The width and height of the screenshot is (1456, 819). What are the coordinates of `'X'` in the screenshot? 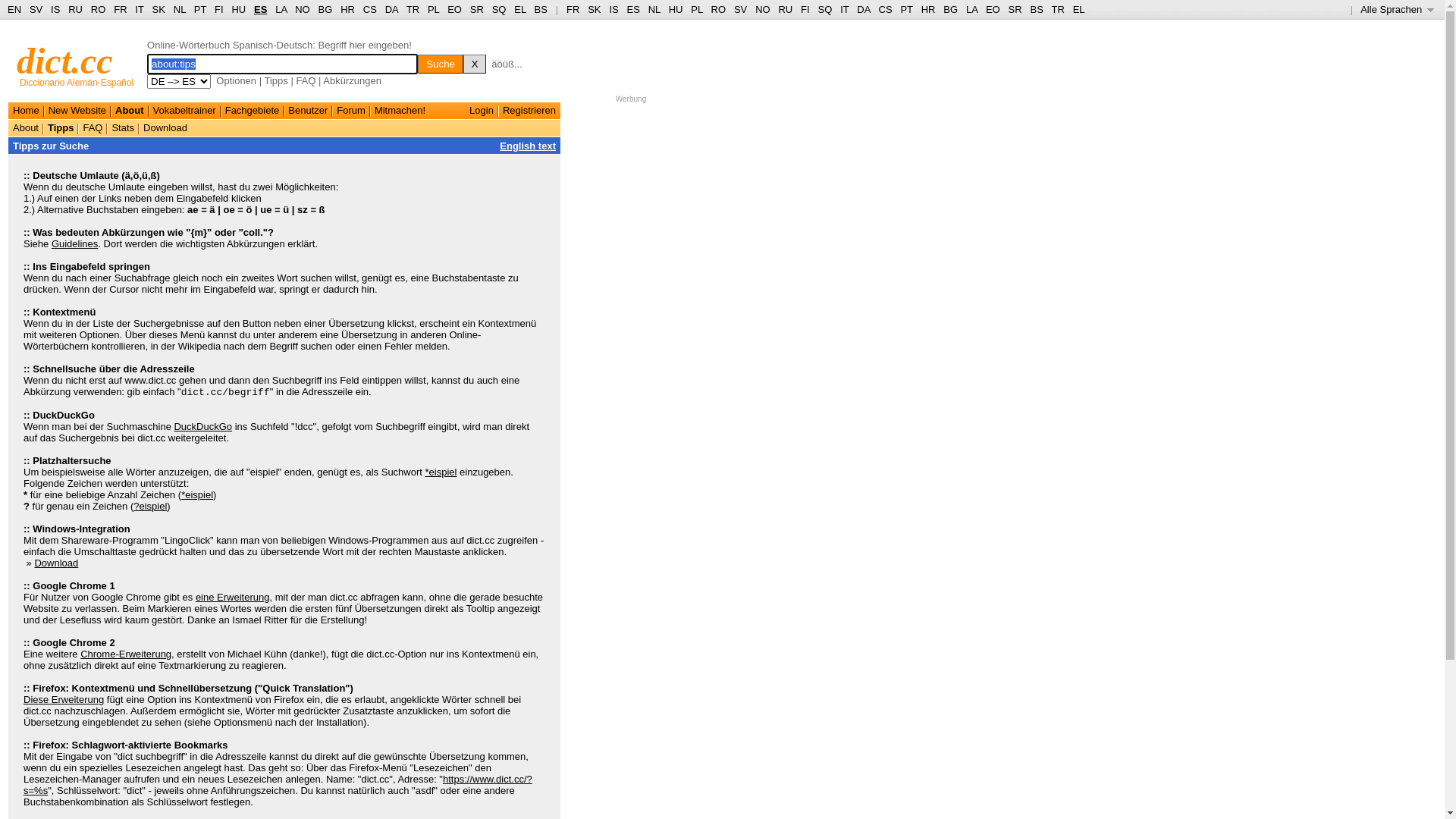 It's located at (473, 63).